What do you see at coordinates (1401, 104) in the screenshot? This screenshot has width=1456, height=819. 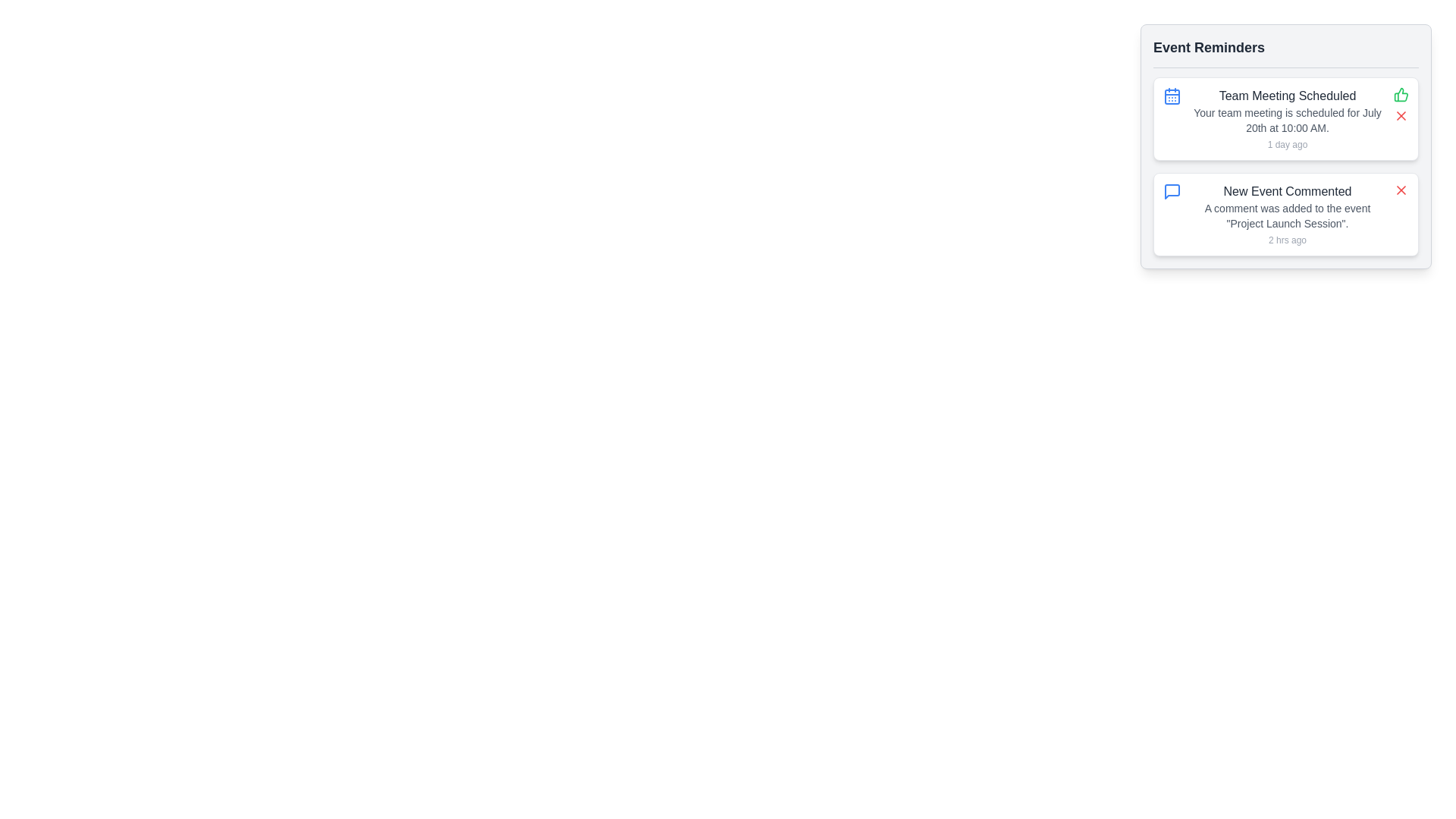 I see `the green 'thumbs up' button located at the top of the button group within the 'Team Meeting Scheduled' reminder card to indicate approval` at bounding box center [1401, 104].